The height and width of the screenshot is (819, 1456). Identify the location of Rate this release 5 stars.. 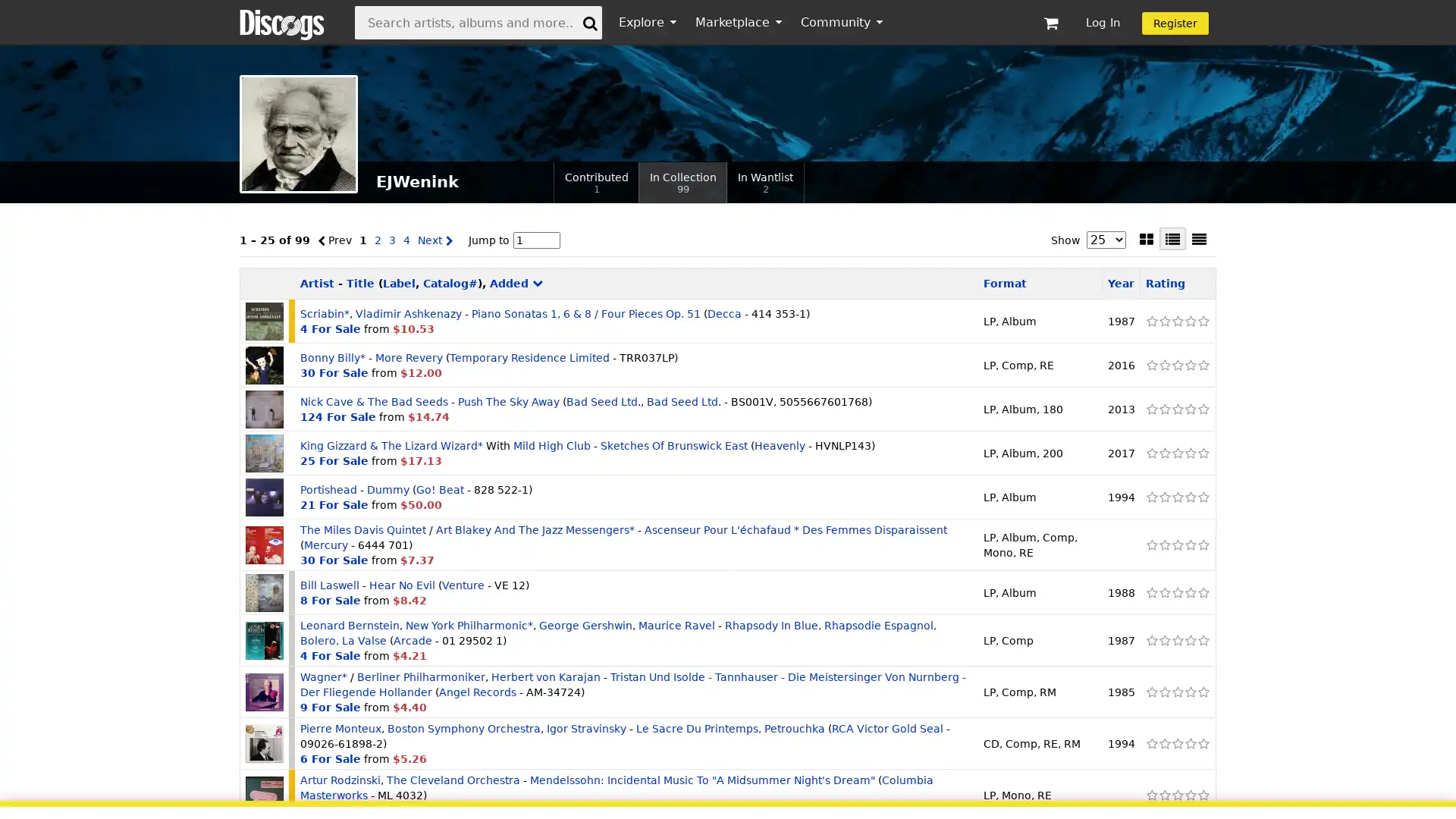
(1202, 321).